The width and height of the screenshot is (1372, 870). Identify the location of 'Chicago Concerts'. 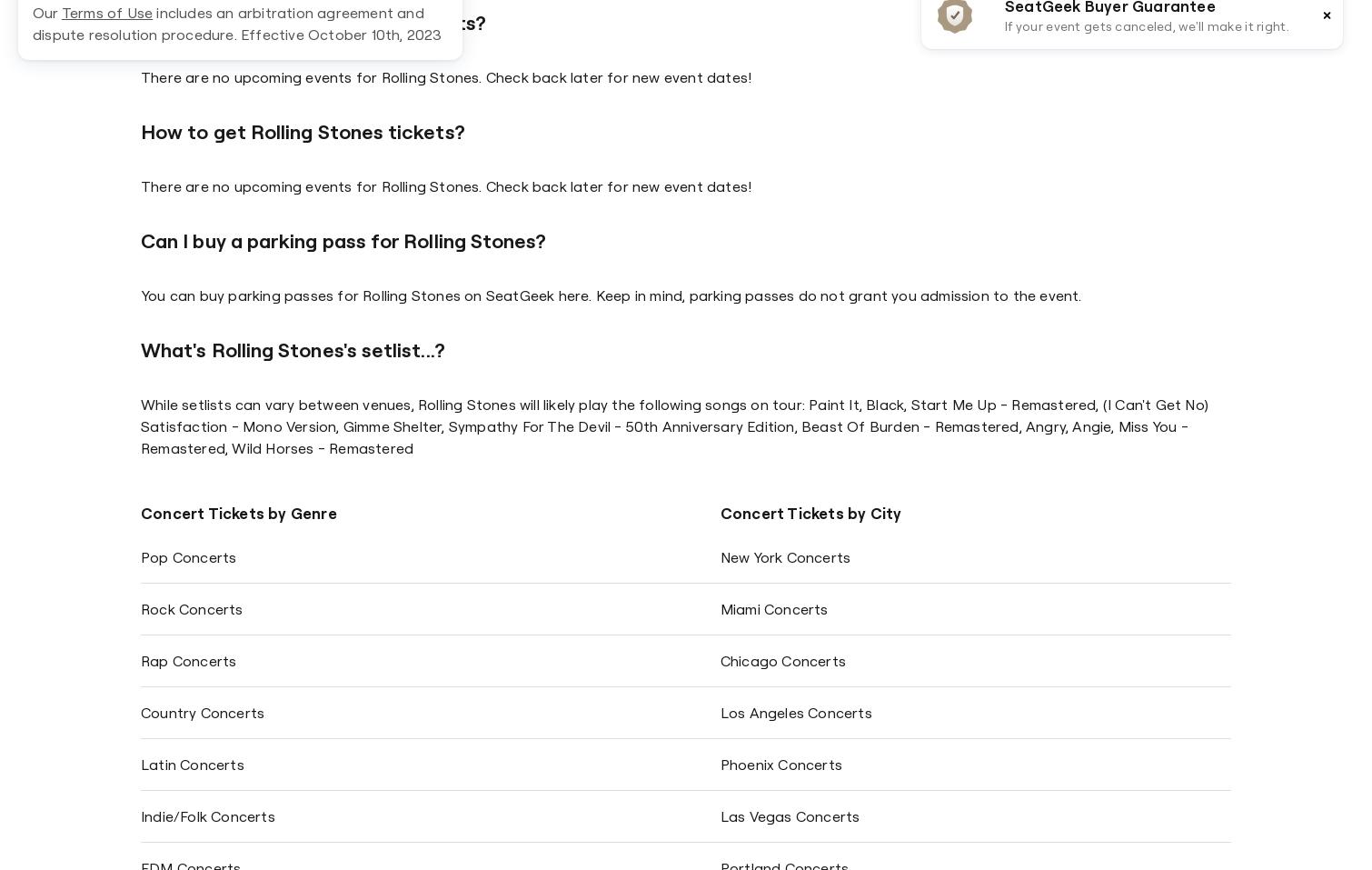
(782, 661).